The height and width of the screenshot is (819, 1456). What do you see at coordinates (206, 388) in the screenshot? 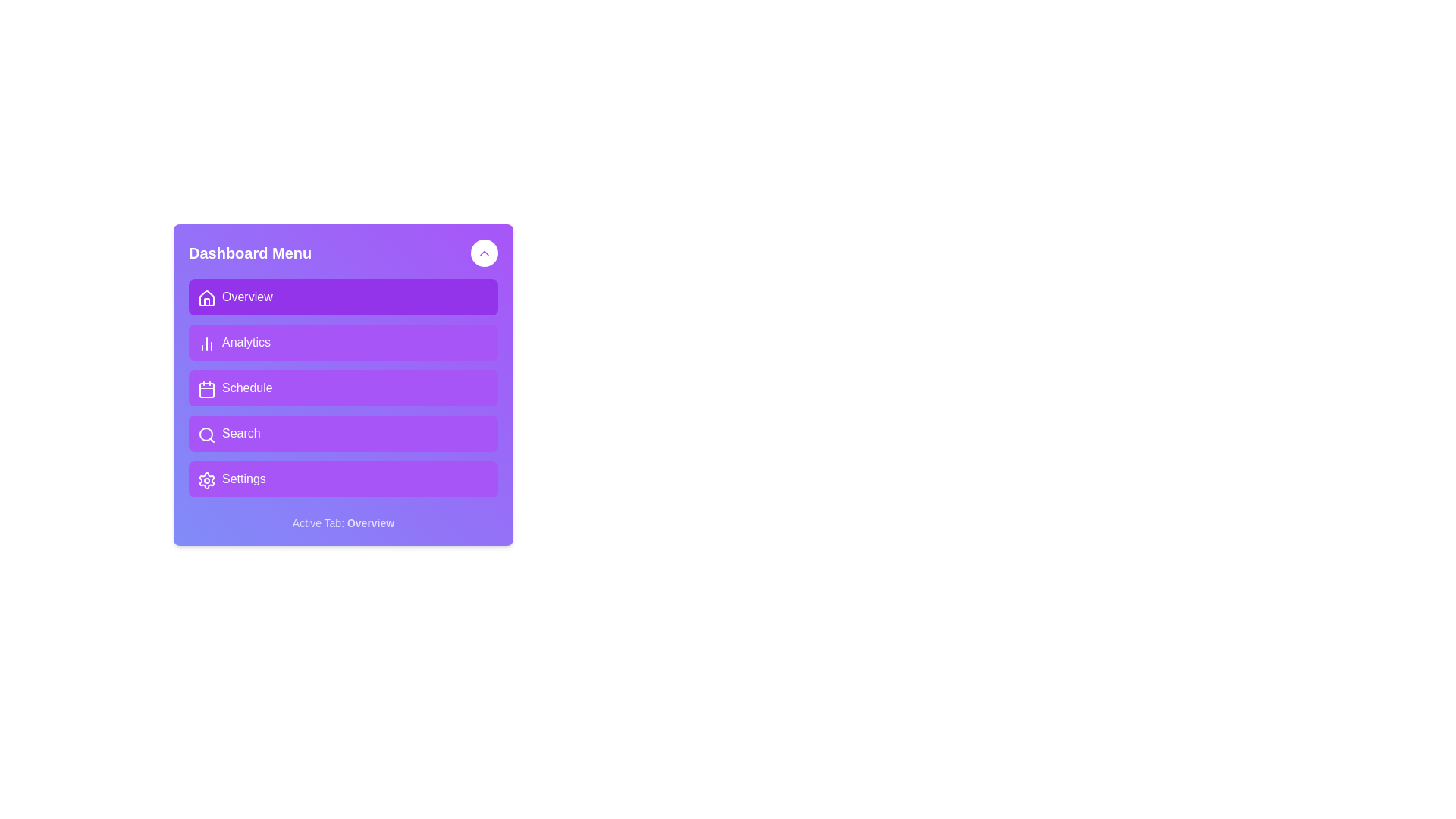
I see `the 'Schedule' icon in the vertical navigation menu` at bounding box center [206, 388].